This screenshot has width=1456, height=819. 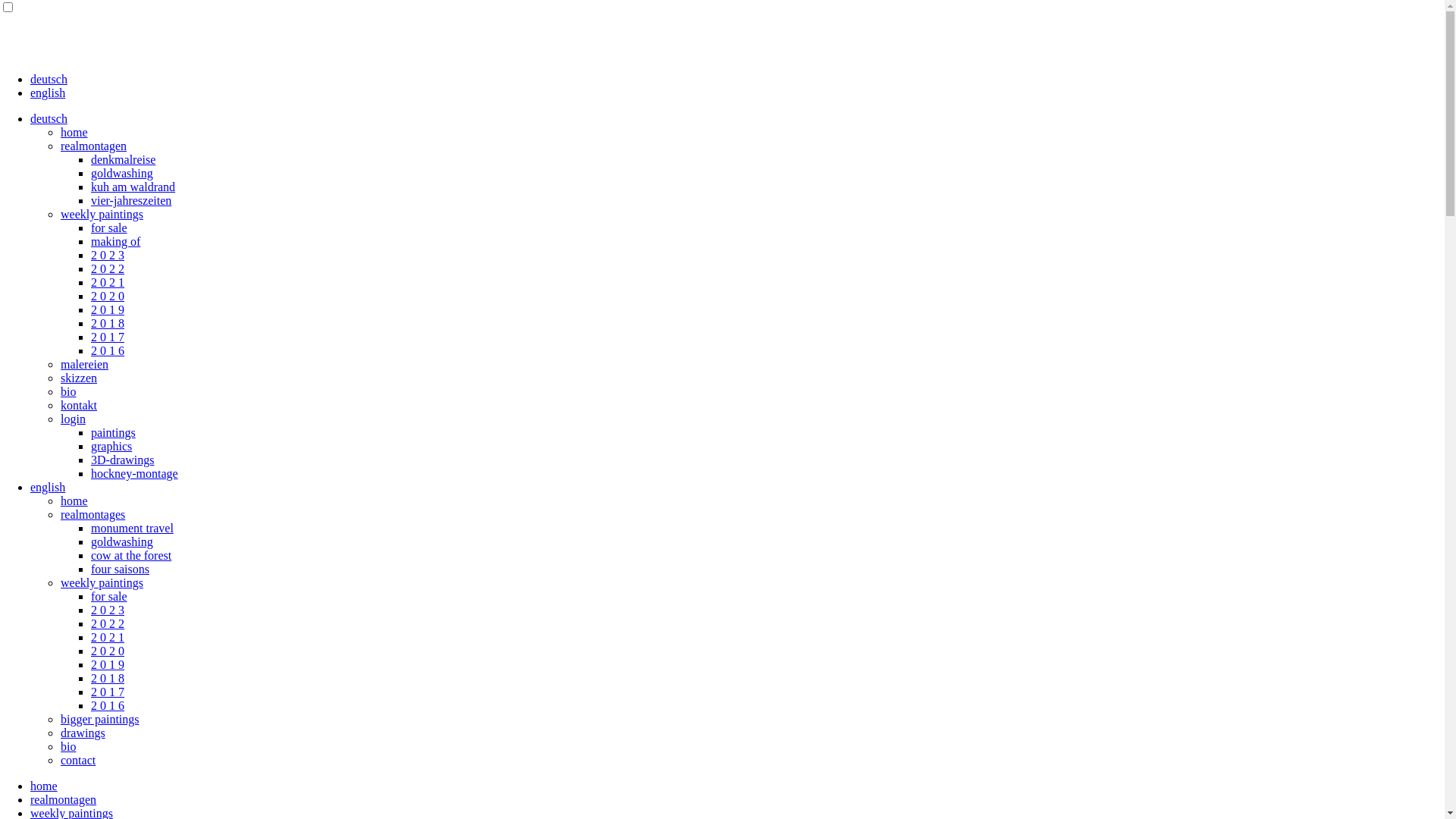 I want to click on '2 0 2 3', so click(x=107, y=254).